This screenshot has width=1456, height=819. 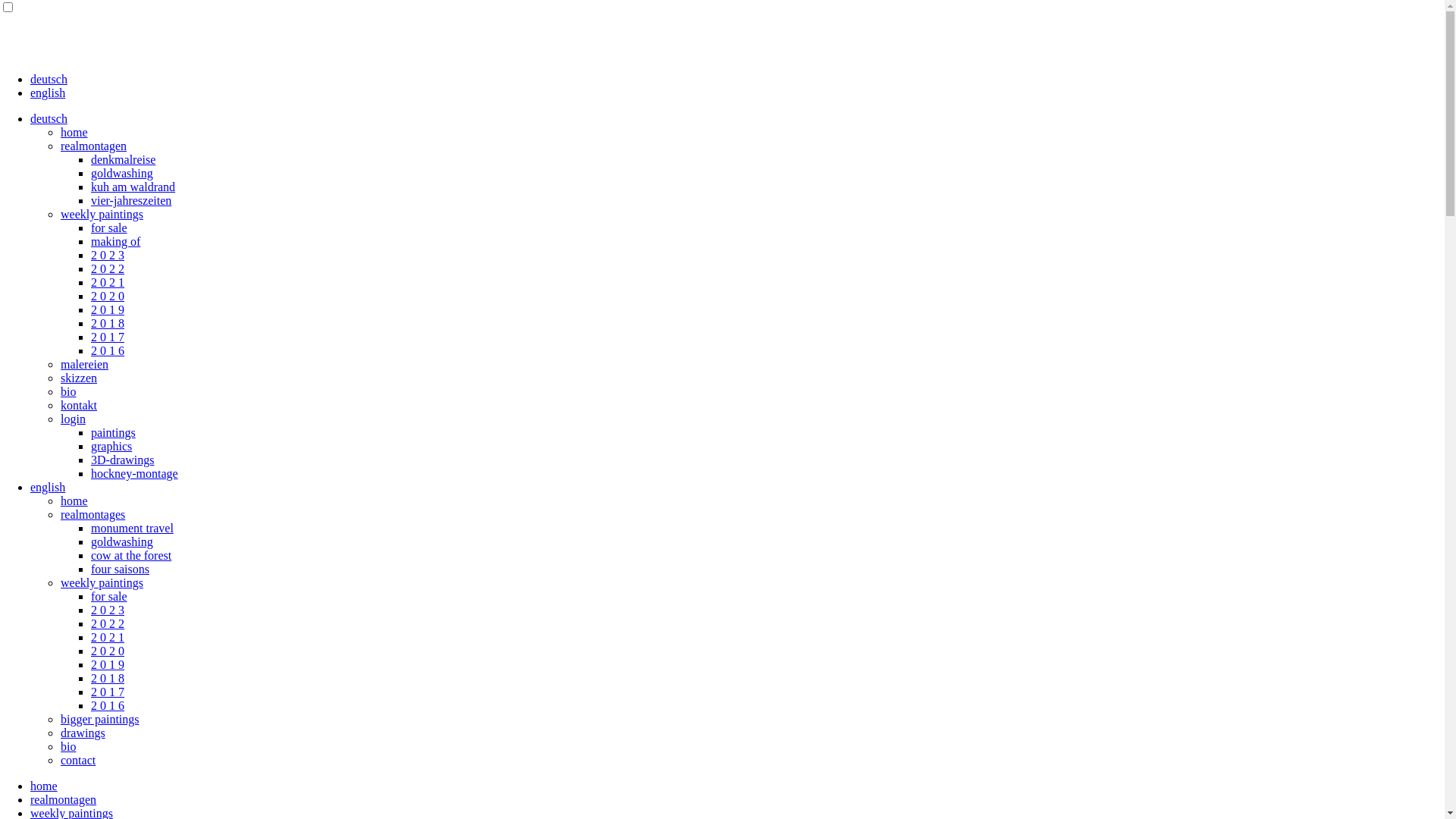 I want to click on '2 0 2 3', so click(x=107, y=254).